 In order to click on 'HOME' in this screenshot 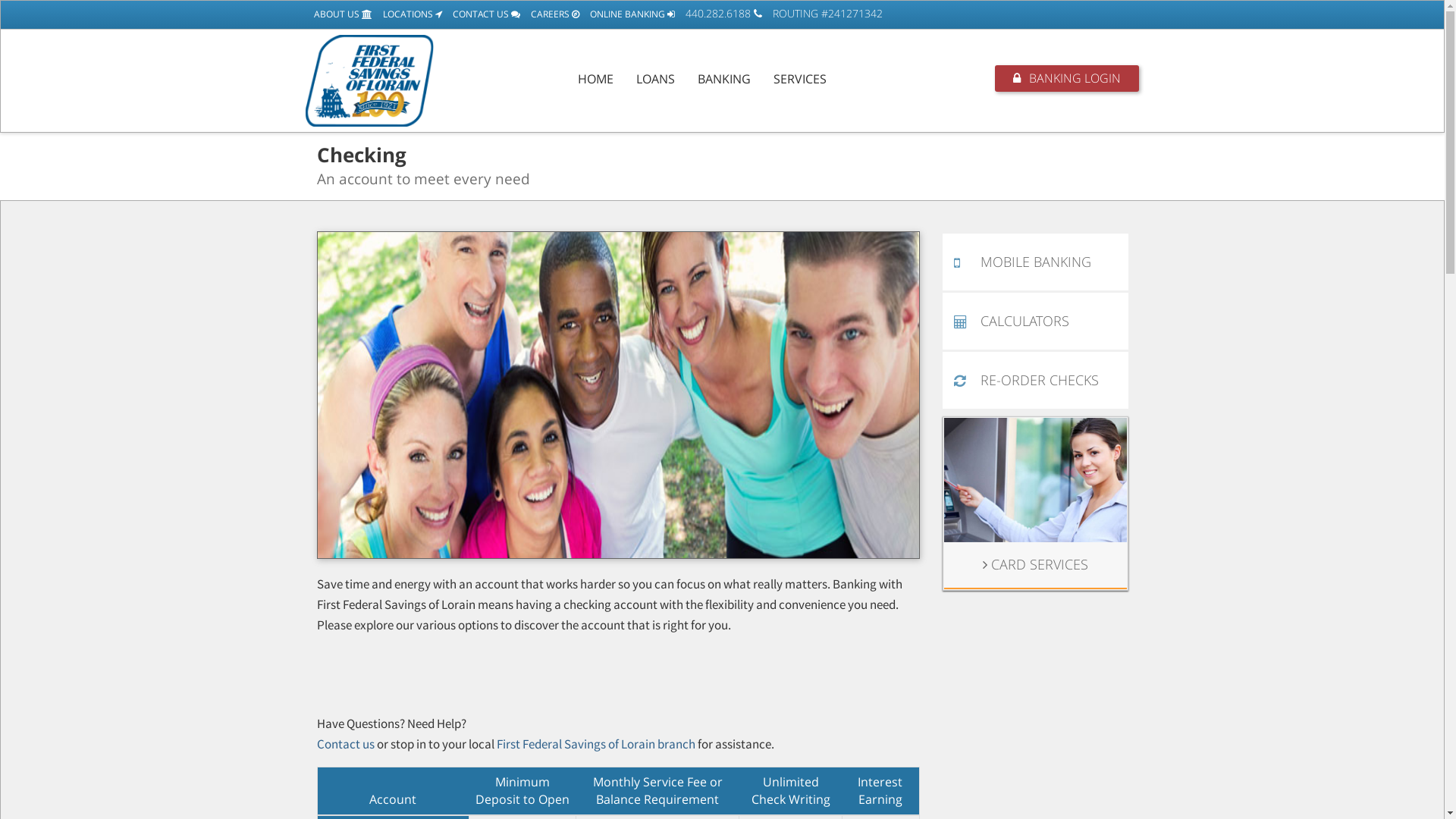, I will do `click(564, 79)`.